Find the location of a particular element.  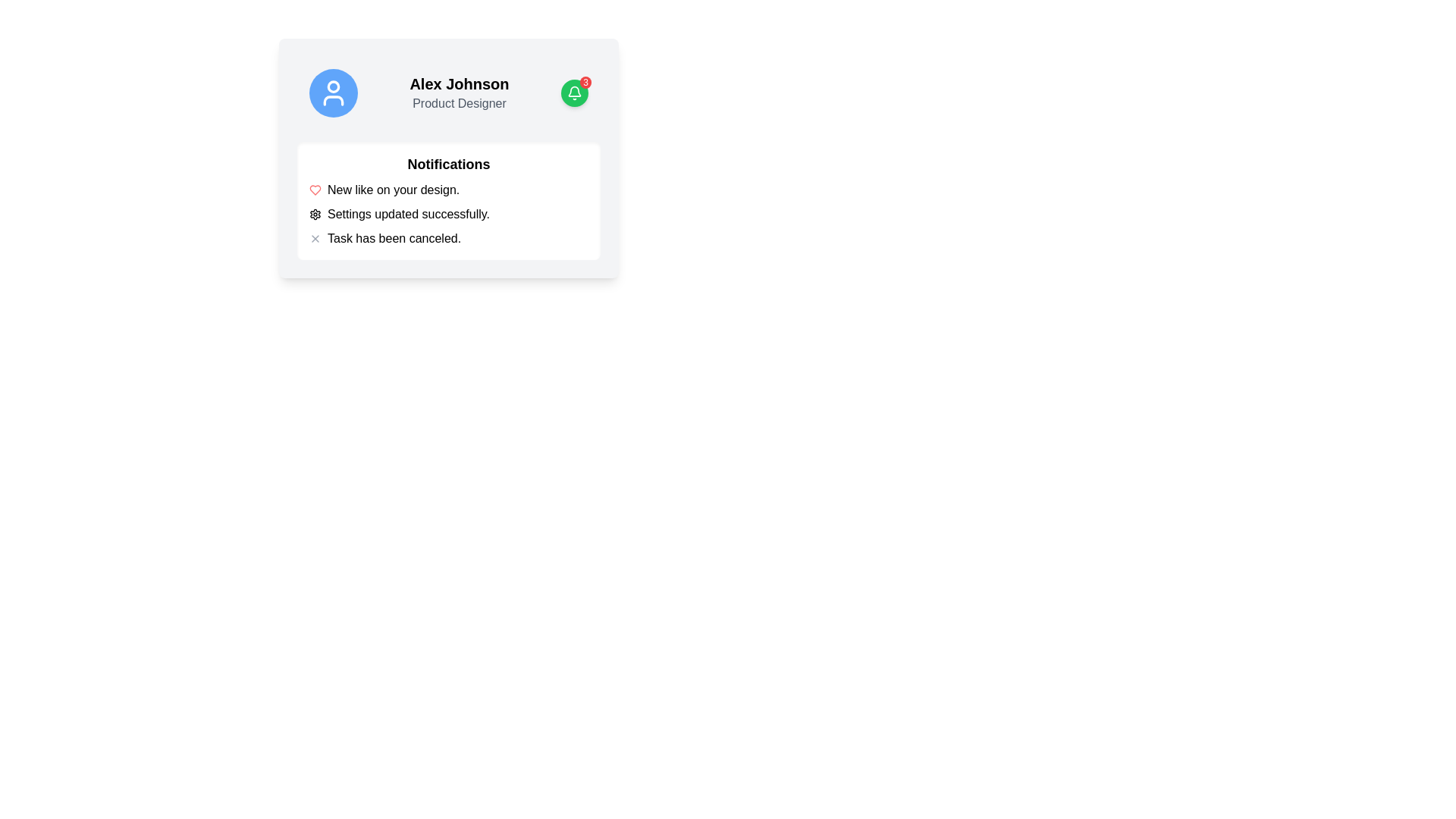

the bell icon located in the upper-right corner of the main profile card, which serves as an indicator for user alerts or system messages is located at coordinates (574, 93).